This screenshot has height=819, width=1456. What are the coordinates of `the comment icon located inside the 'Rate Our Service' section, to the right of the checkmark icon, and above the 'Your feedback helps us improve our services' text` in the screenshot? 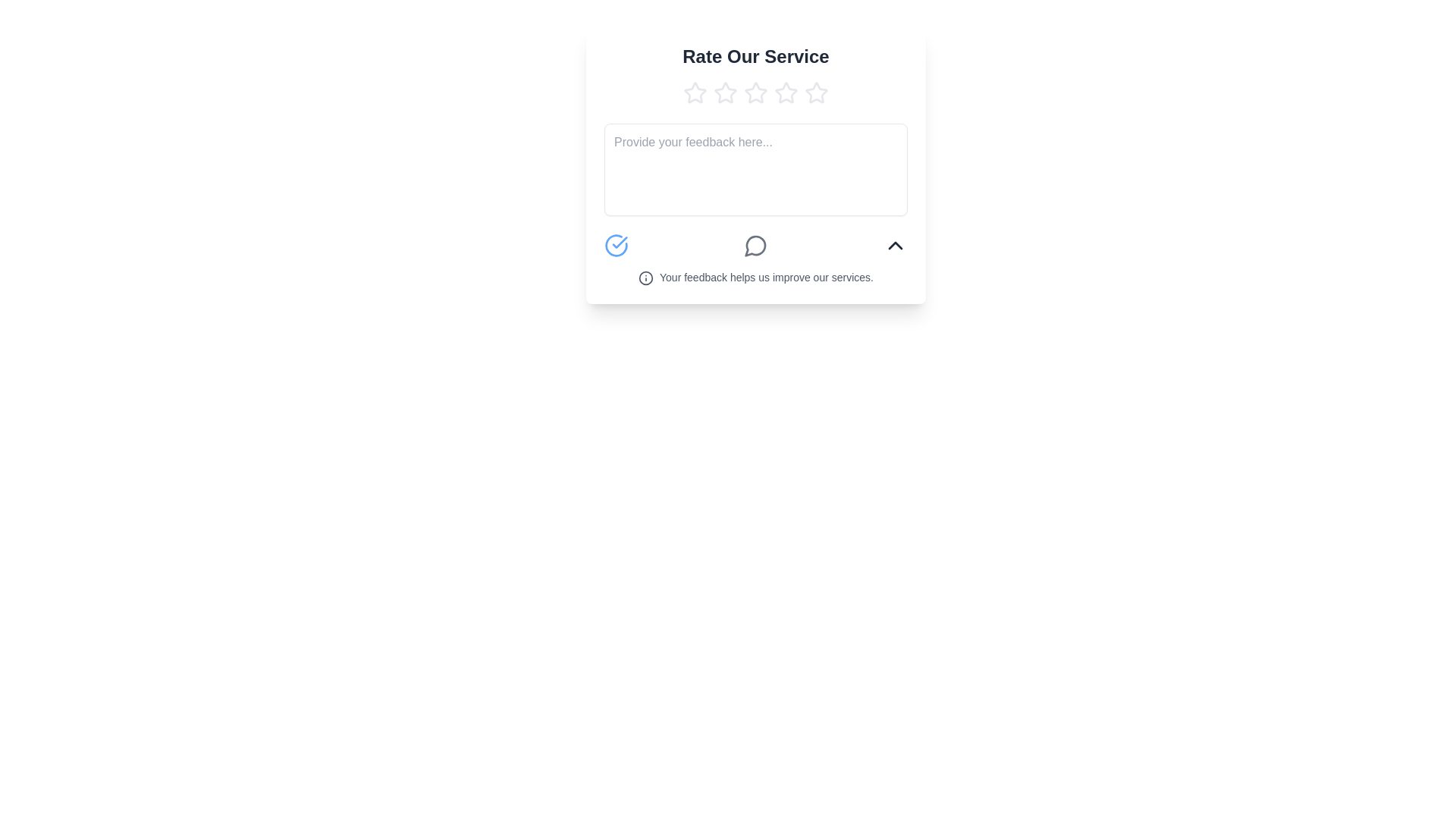 It's located at (755, 245).